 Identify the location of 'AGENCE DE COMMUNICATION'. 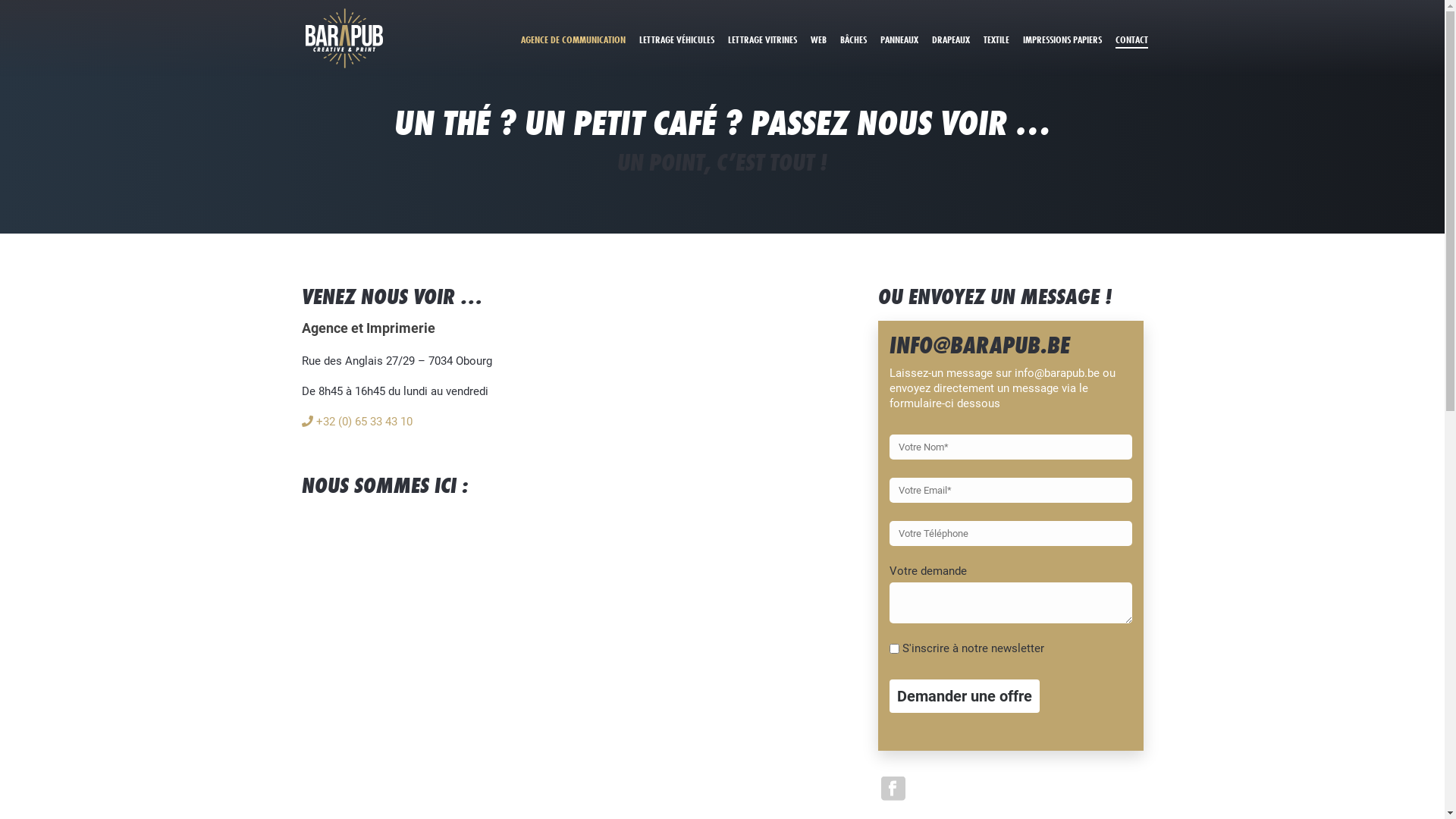
(573, 38).